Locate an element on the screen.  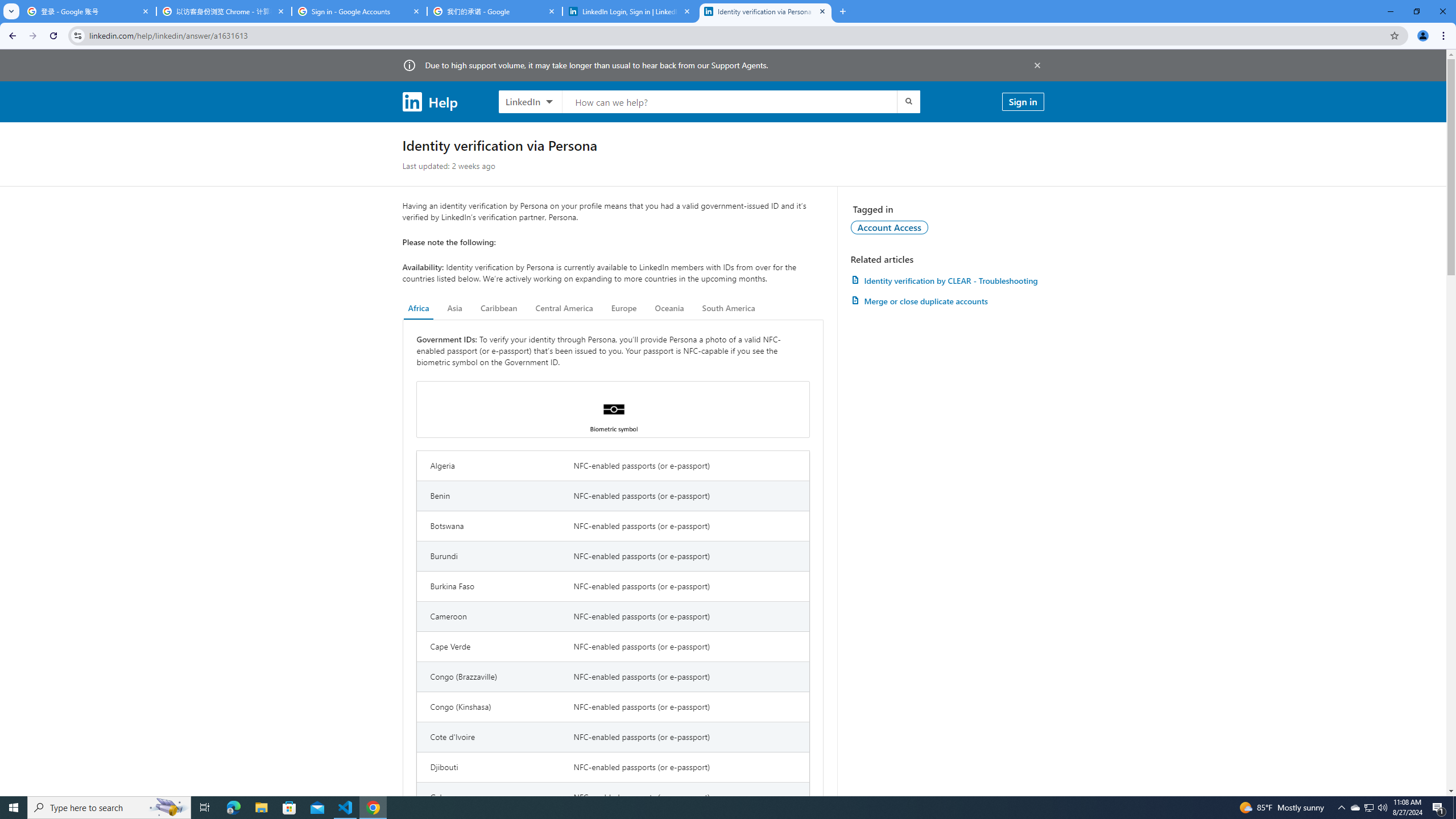
'AutomationID: topic-link-a151002' is located at coordinates (890, 226).